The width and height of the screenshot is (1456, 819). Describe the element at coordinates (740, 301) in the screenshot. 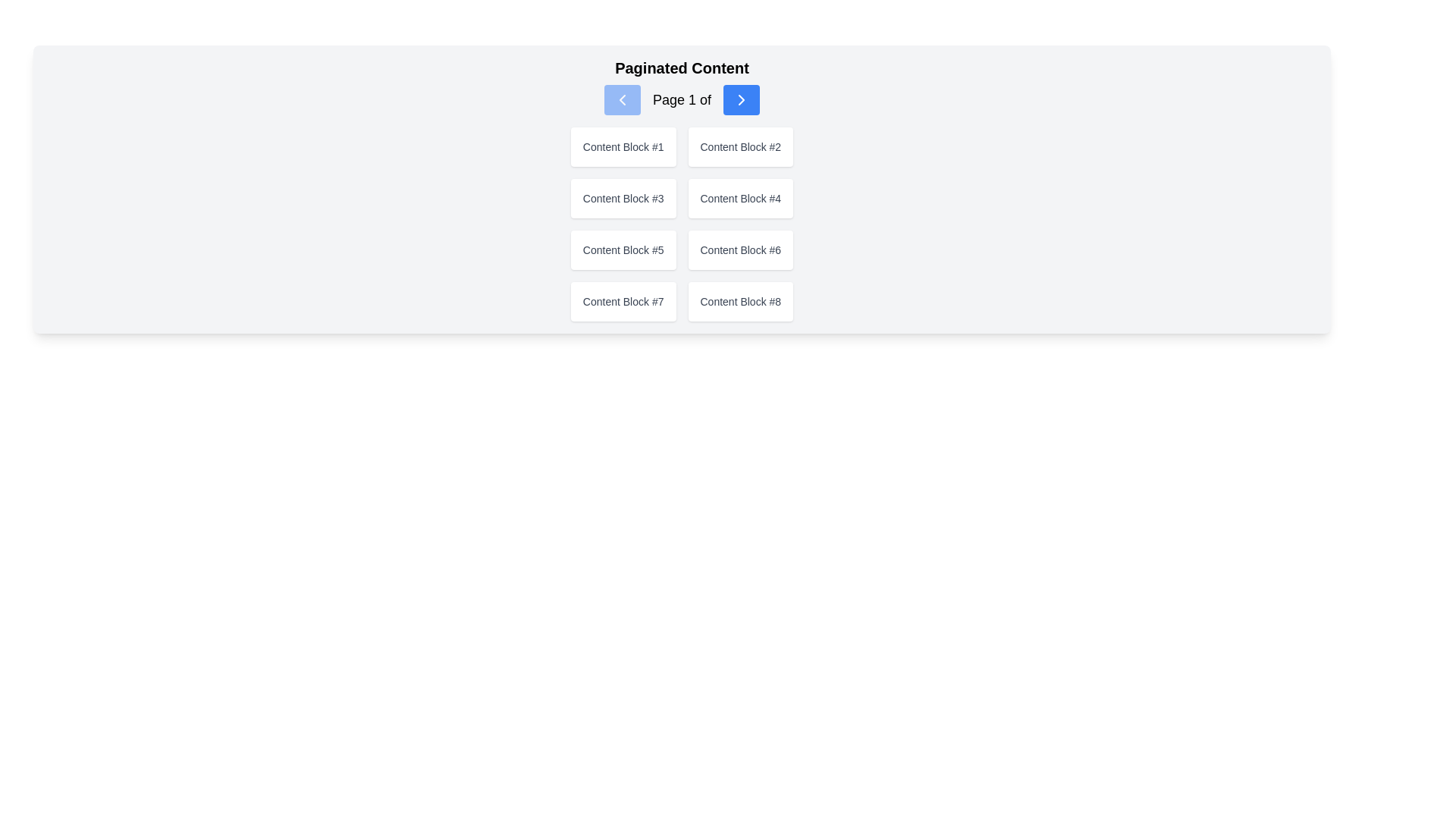

I see `text content of the Text Label displaying 'Content Block #8', which is located in the lower-right position within a grid layout of content blocks` at that location.